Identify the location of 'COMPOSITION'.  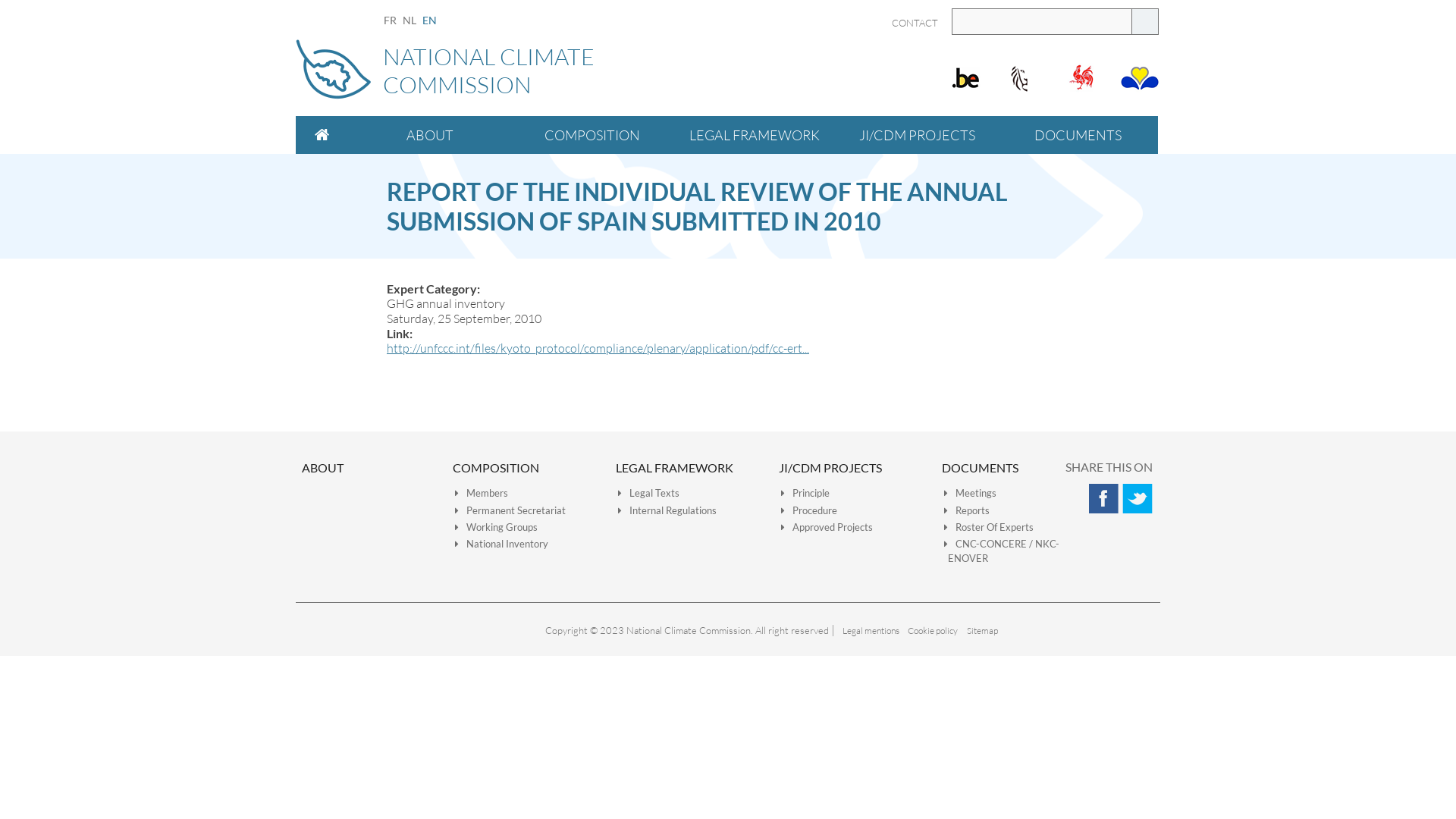
(510, 133).